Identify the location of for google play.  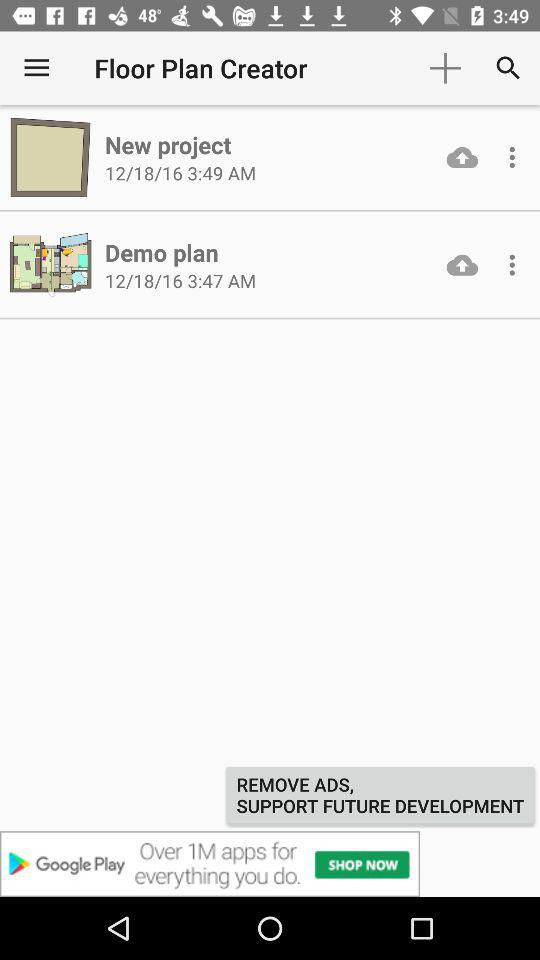
(270, 863).